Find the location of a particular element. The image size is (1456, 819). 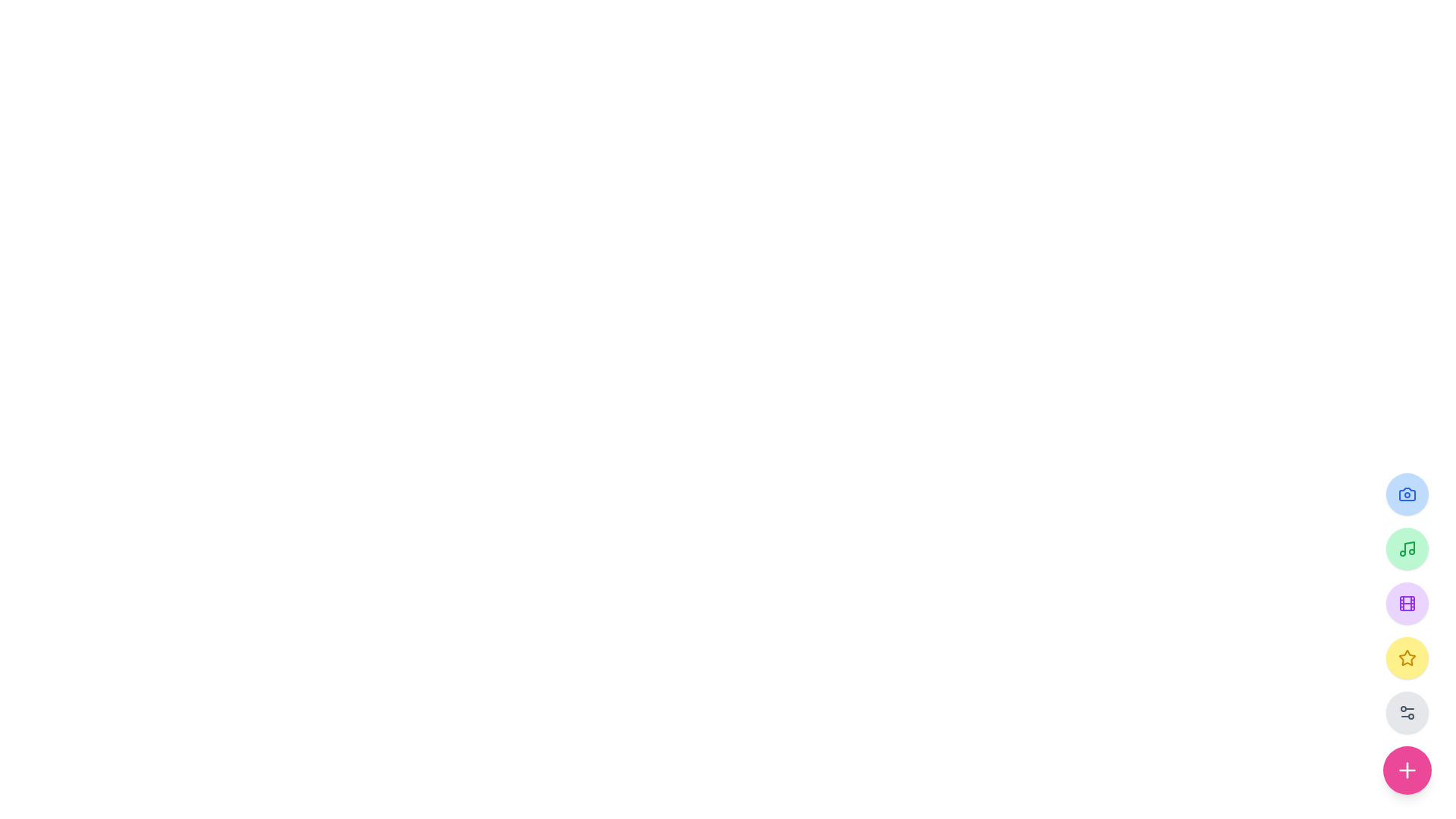

the circular button with a light blue background and a camera icon at its center is located at coordinates (1407, 494).